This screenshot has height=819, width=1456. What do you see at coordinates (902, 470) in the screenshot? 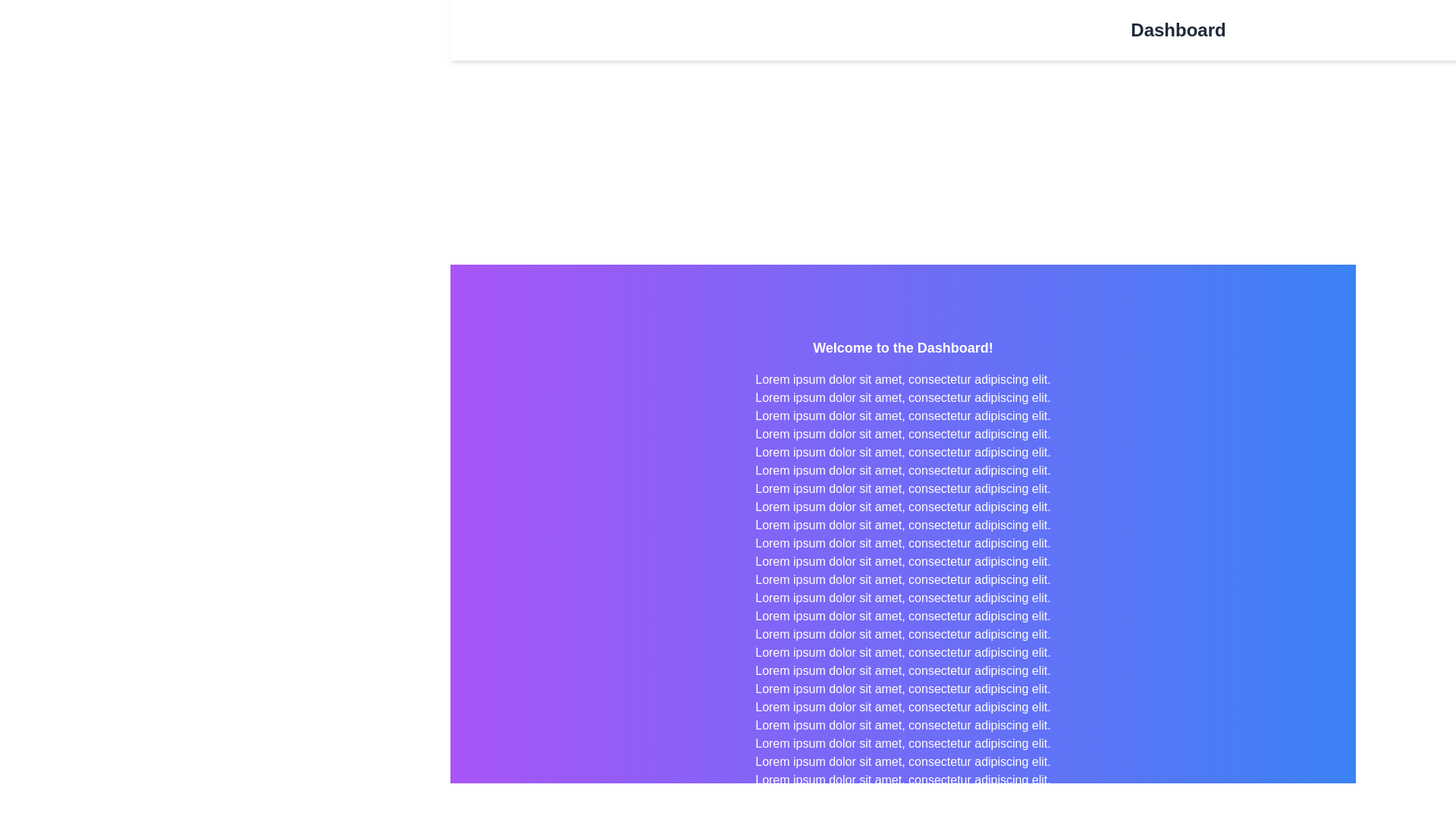
I see `the text block containing the phrase 'Lorem ipsum dolor sit amet, consectetur adipiscing elit.' which is styled with white text on a gradient background and is the seventh paragraph under the 'Welcome to the Dashboard!' header` at bounding box center [902, 470].